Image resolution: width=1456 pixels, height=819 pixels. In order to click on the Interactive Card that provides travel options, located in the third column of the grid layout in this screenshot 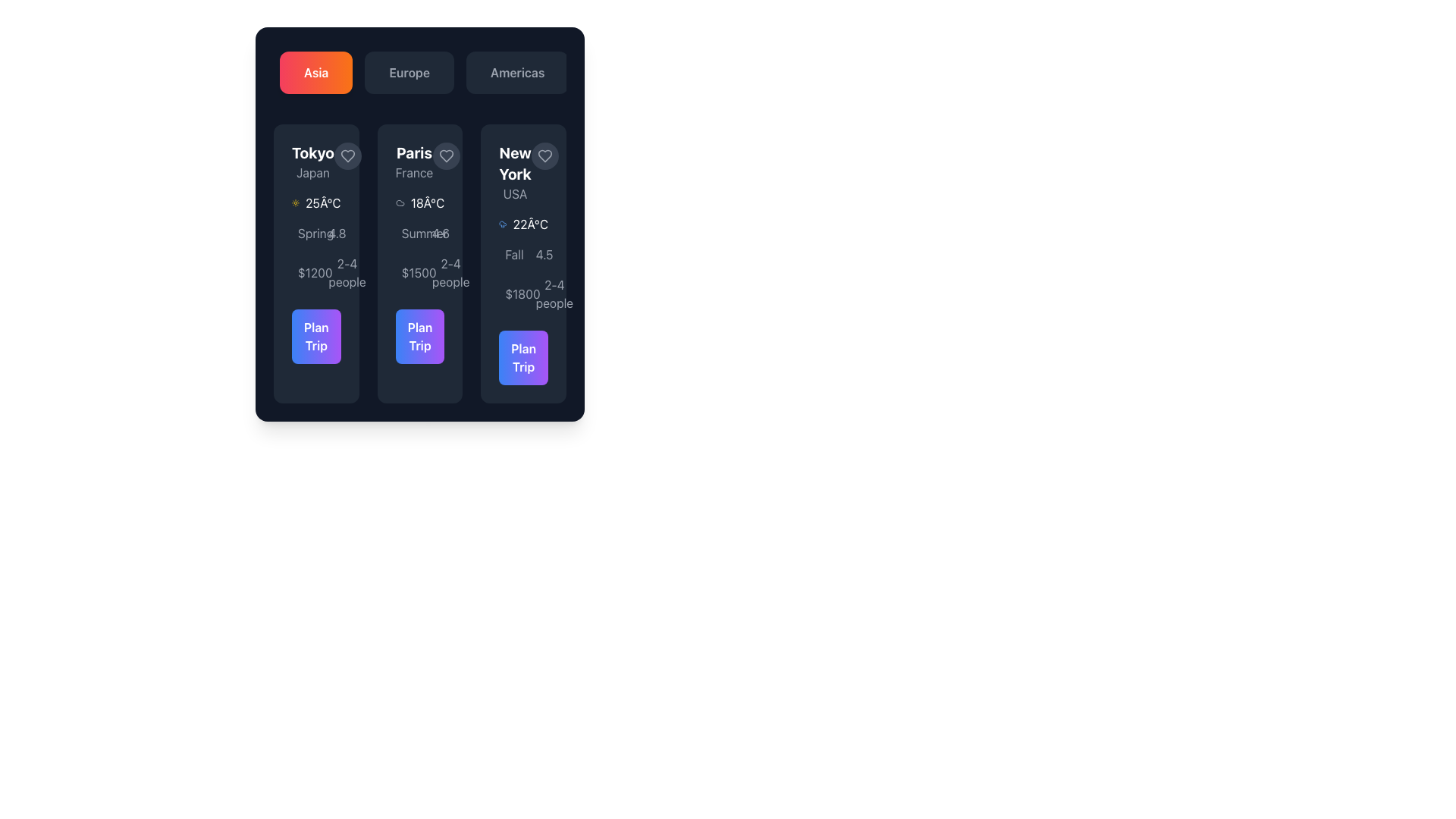, I will do `click(523, 262)`.